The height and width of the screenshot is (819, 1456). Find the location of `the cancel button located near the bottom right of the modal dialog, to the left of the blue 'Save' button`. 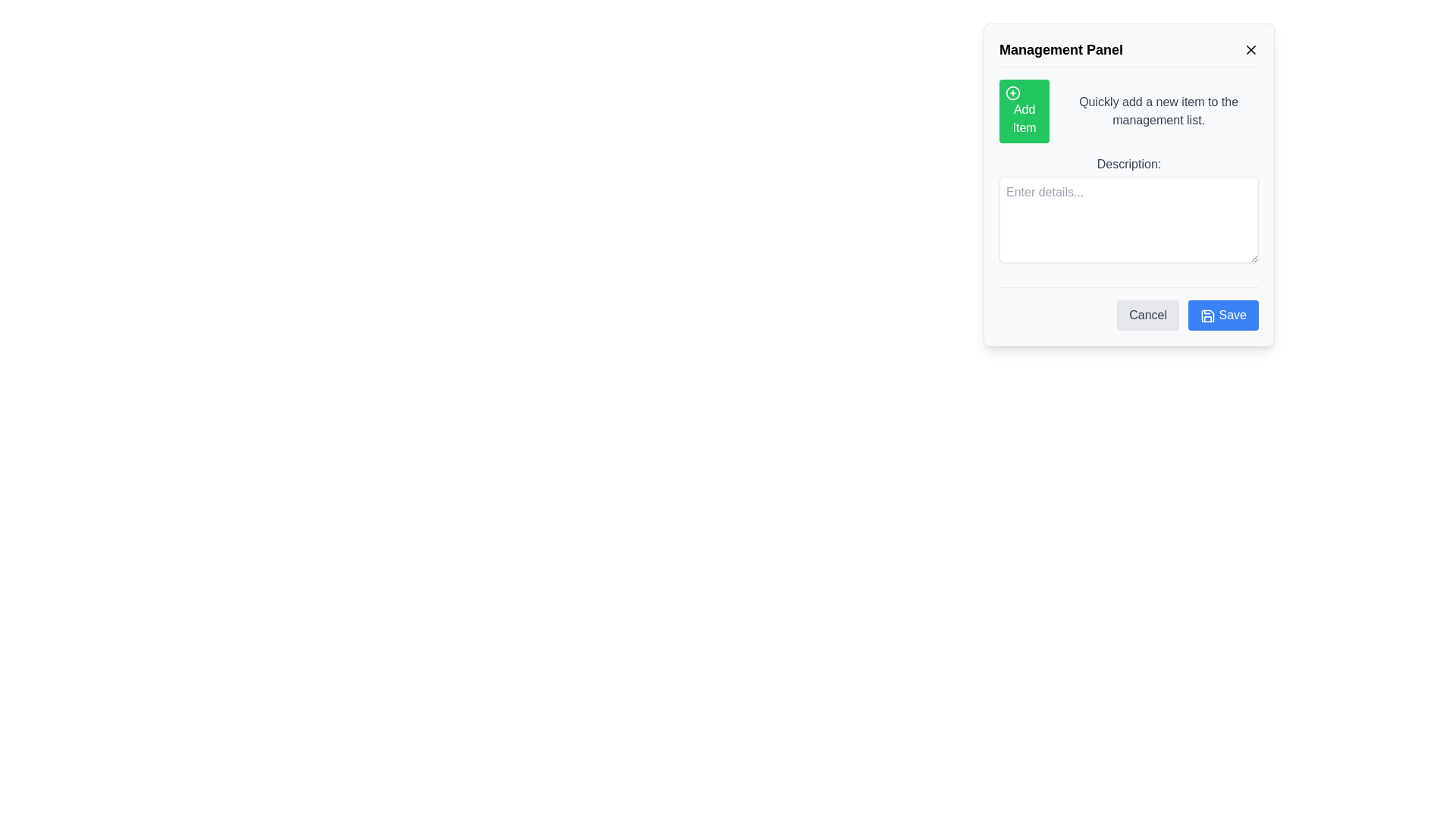

the cancel button located near the bottom right of the modal dialog, to the left of the blue 'Save' button is located at coordinates (1148, 315).